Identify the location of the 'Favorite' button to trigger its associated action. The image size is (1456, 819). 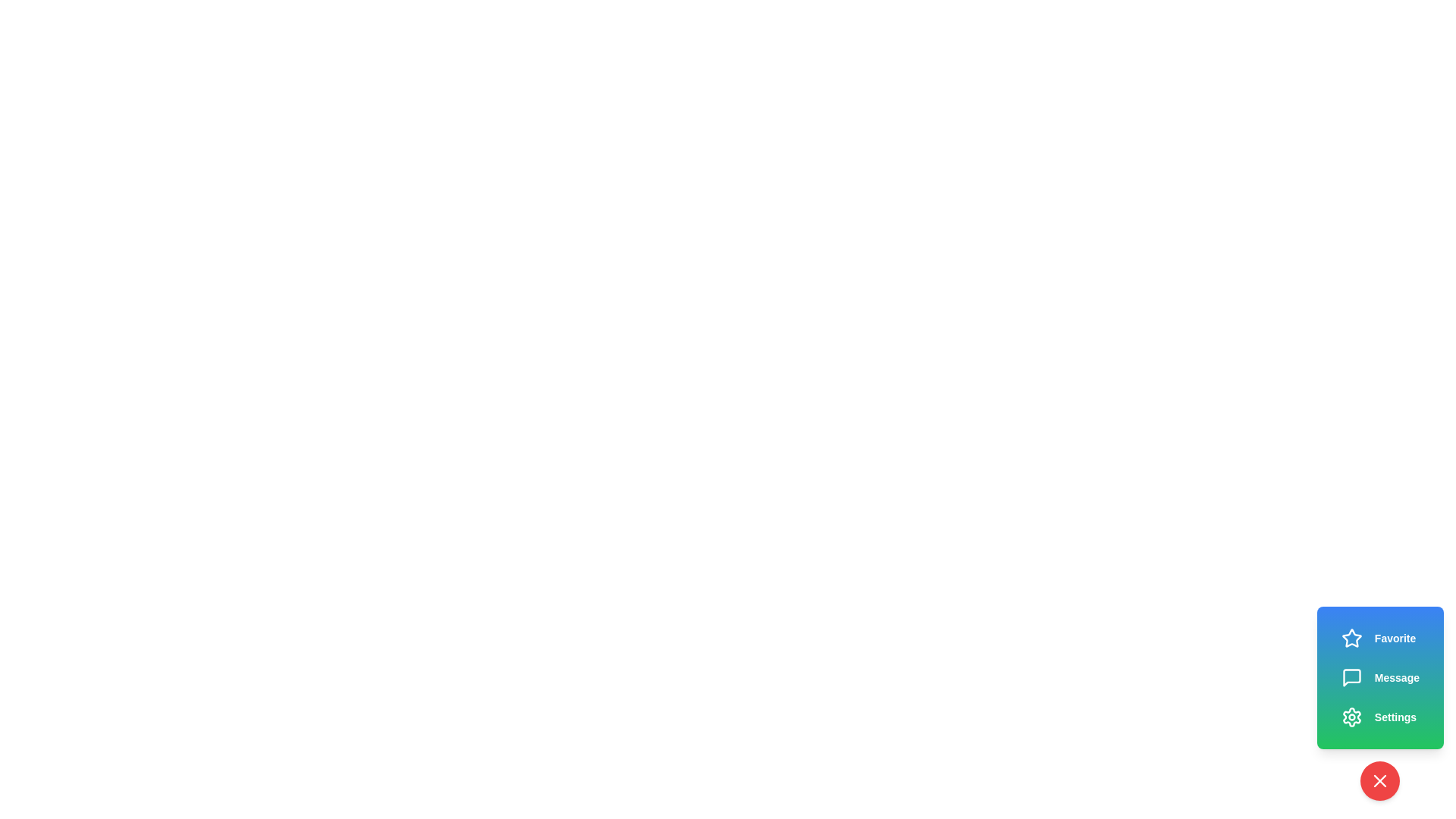
(1379, 638).